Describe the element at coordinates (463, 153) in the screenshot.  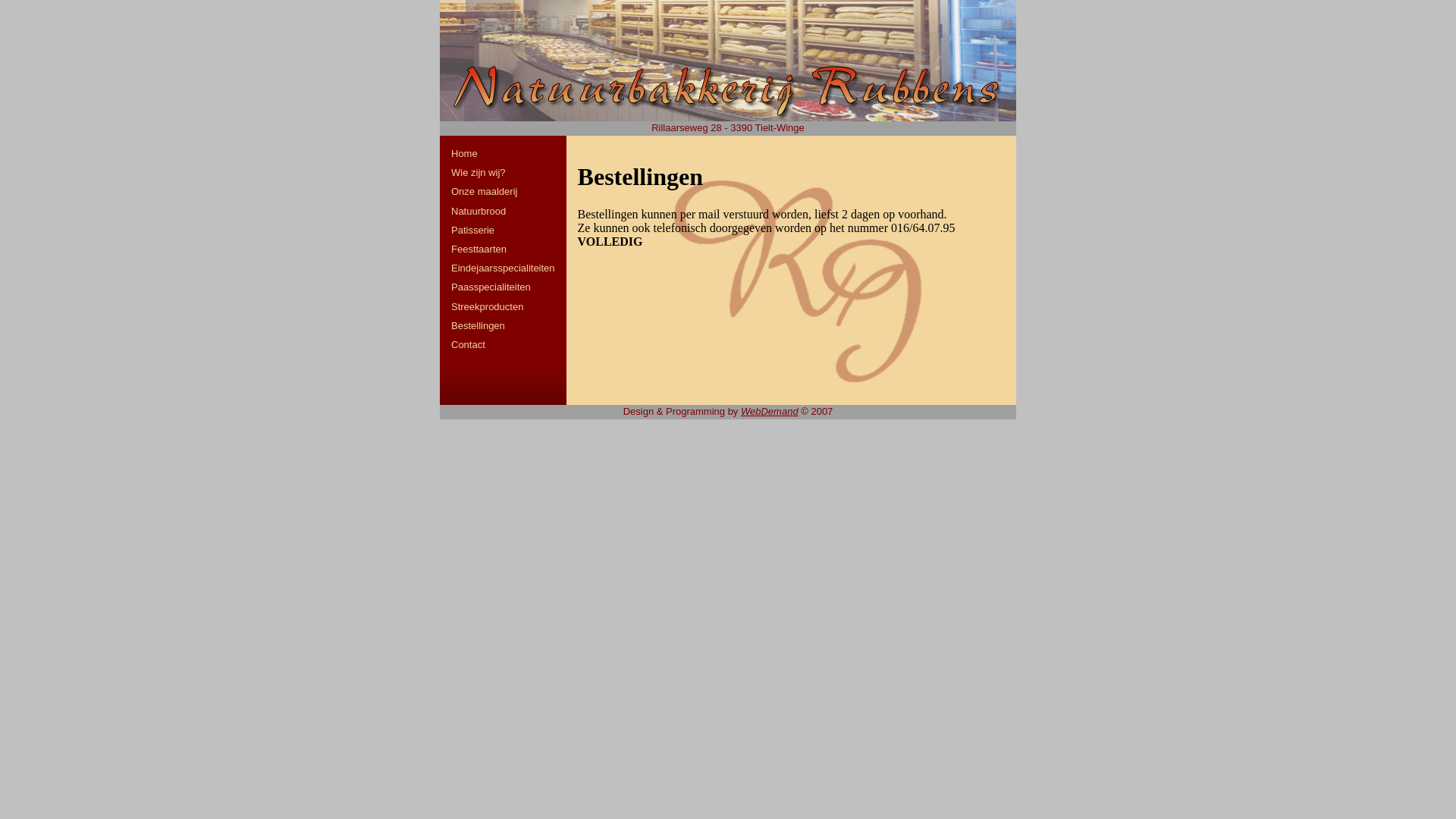
I see `'Home'` at that location.